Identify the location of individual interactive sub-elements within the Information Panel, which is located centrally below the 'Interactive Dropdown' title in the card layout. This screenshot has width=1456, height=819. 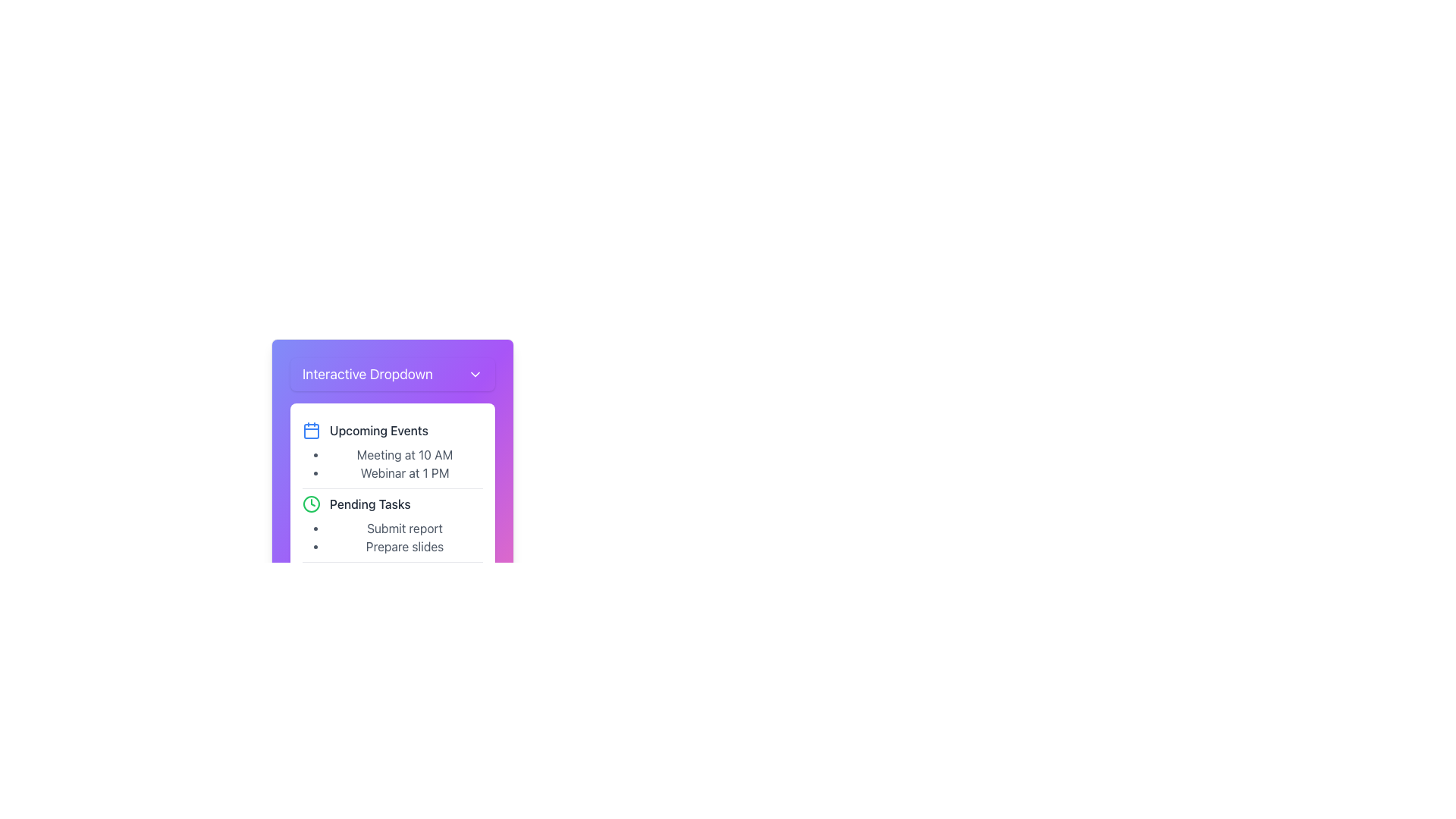
(393, 525).